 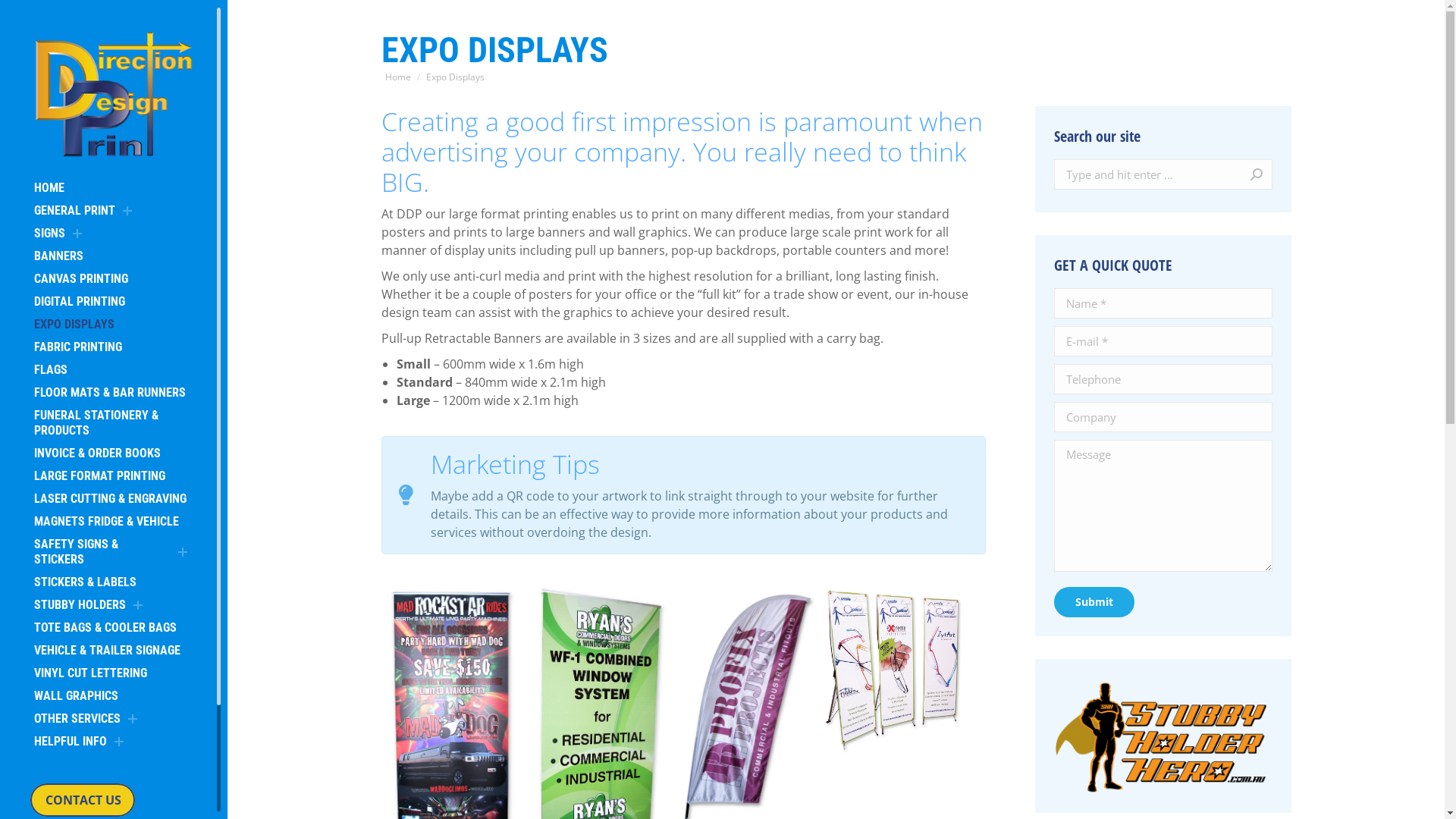 What do you see at coordinates (1094, 601) in the screenshot?
I see `'Submit'` at bounding box center [1094, 601].